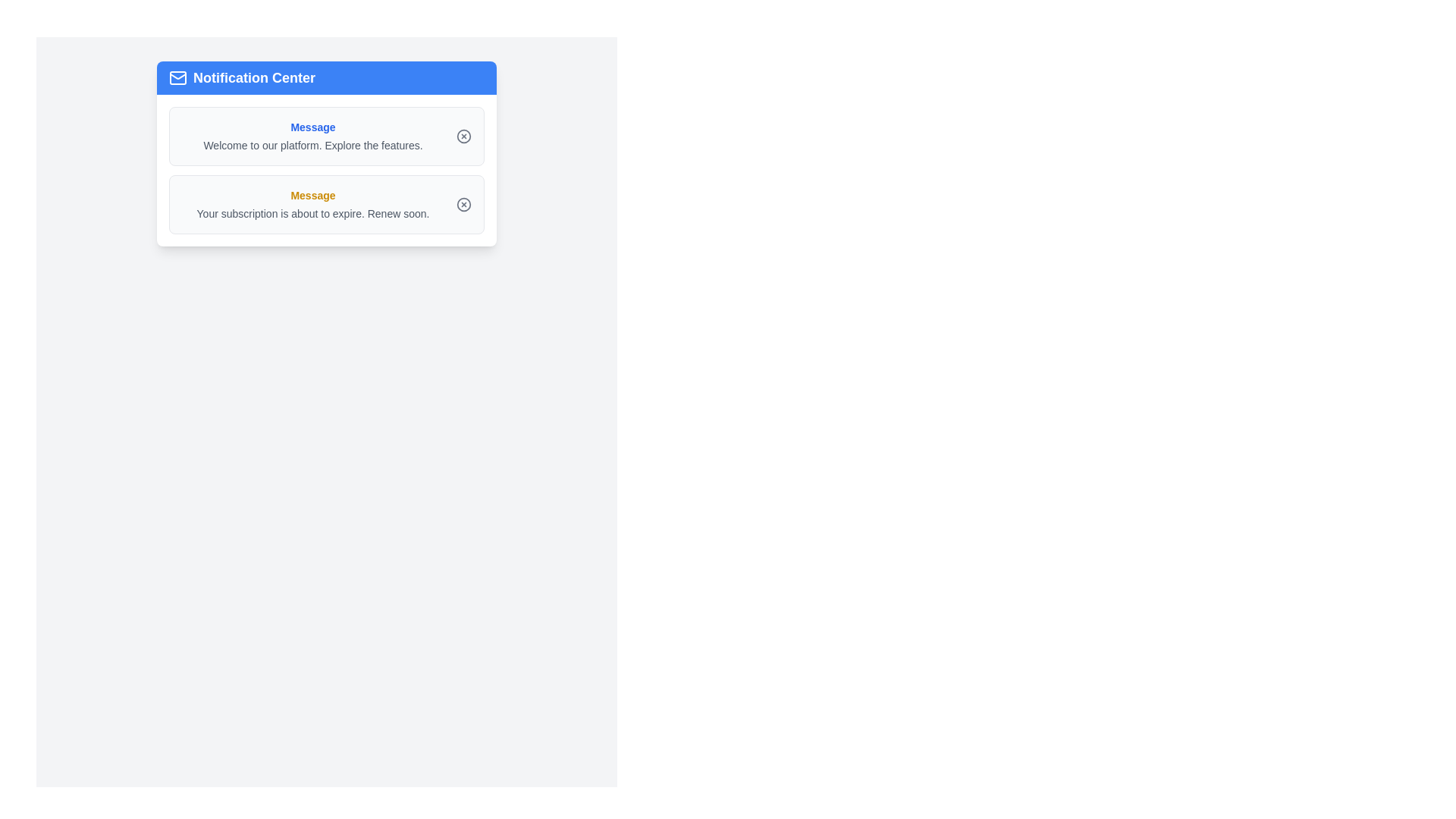 The height and width of the screenshot is (819, 1456). I want to click on the 'Message' text label at the top of the notification message box to interact with it, so click(312, 127).